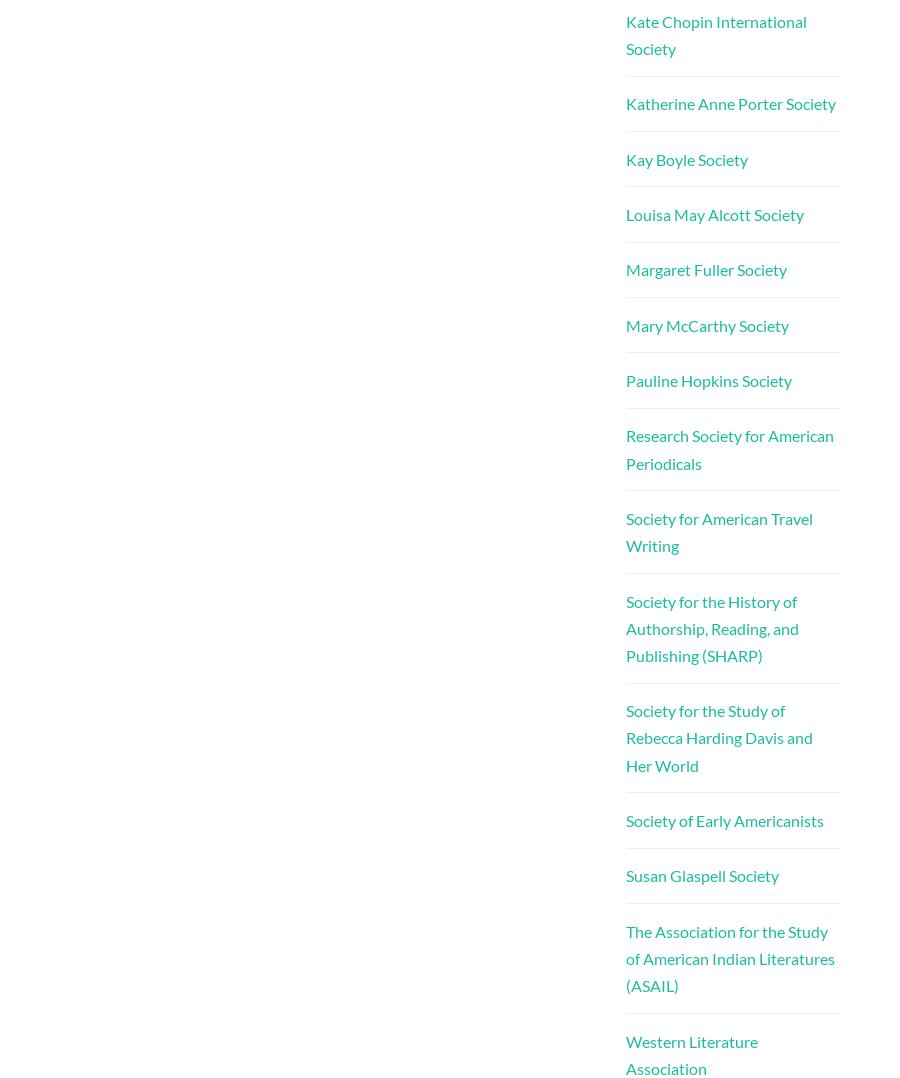 This screenshot has height=1078, width=900. I want to click on 'Society for the History of Authorship, Reading, and Publishing (SHARP)', so click(710, 626).